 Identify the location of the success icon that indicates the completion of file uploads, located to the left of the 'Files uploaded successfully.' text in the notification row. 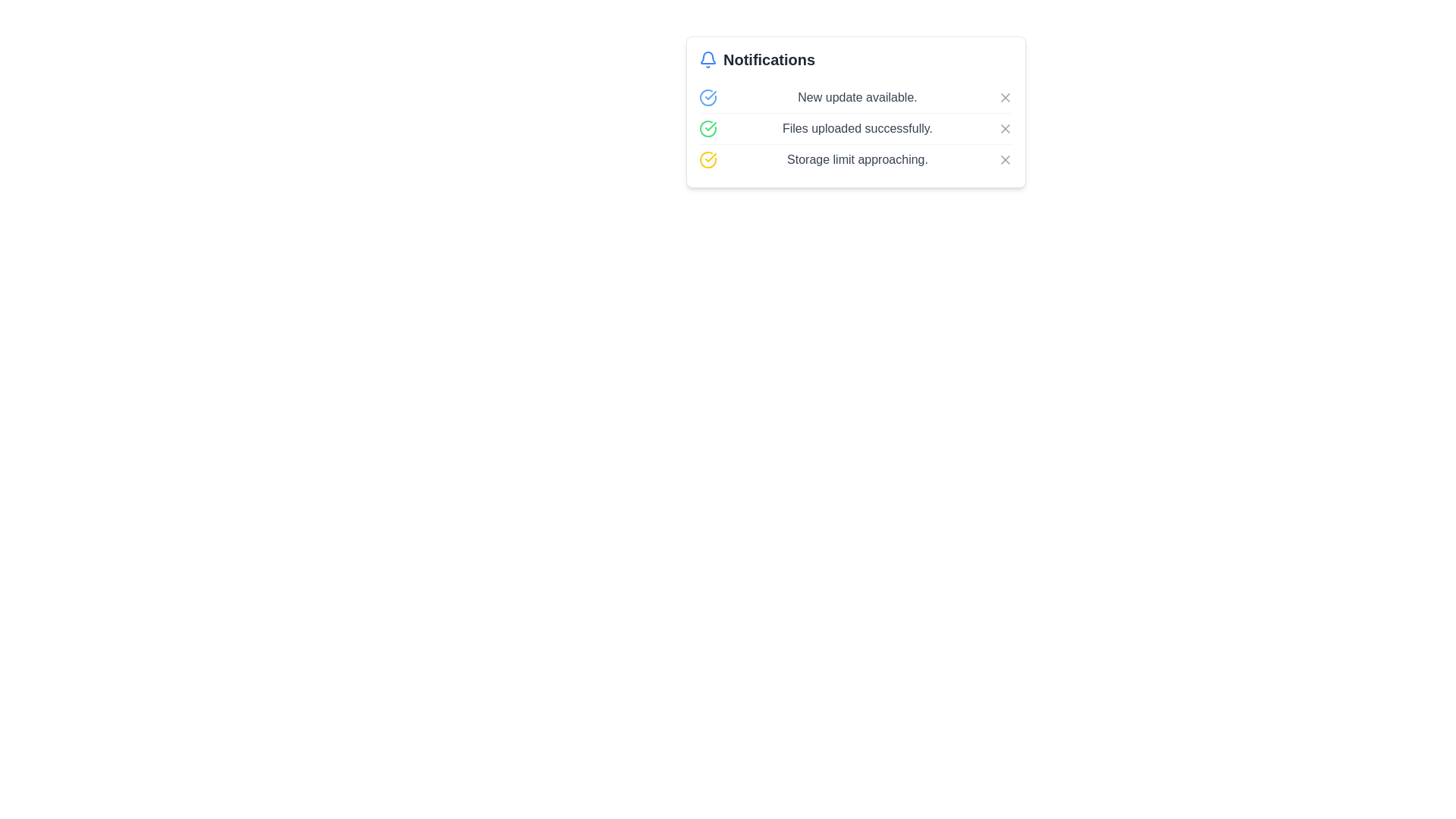
(708, 127).